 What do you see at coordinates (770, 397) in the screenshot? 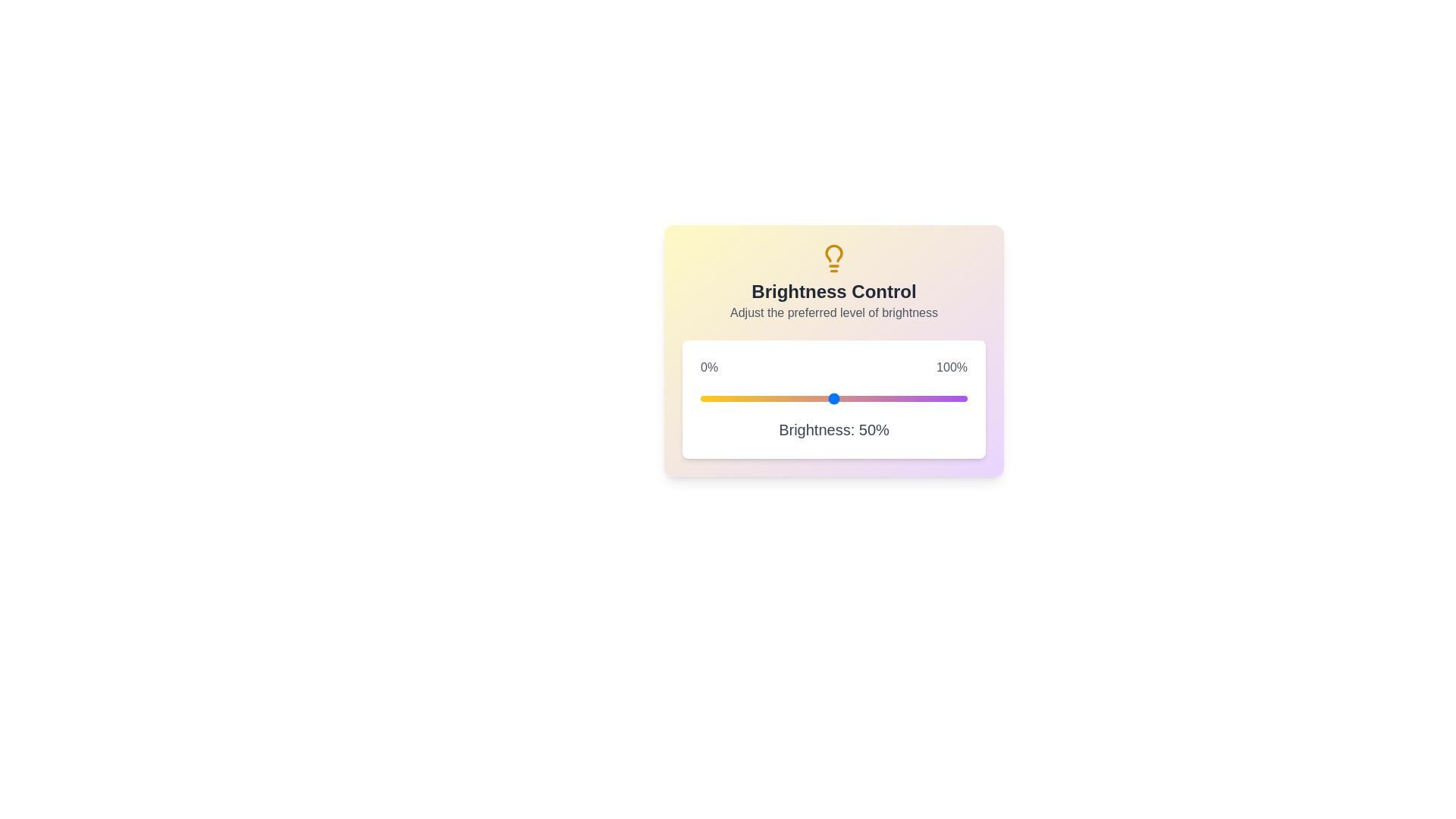
I see `the brightness to 26% by moving the slider` at bounding box center [770, 397].